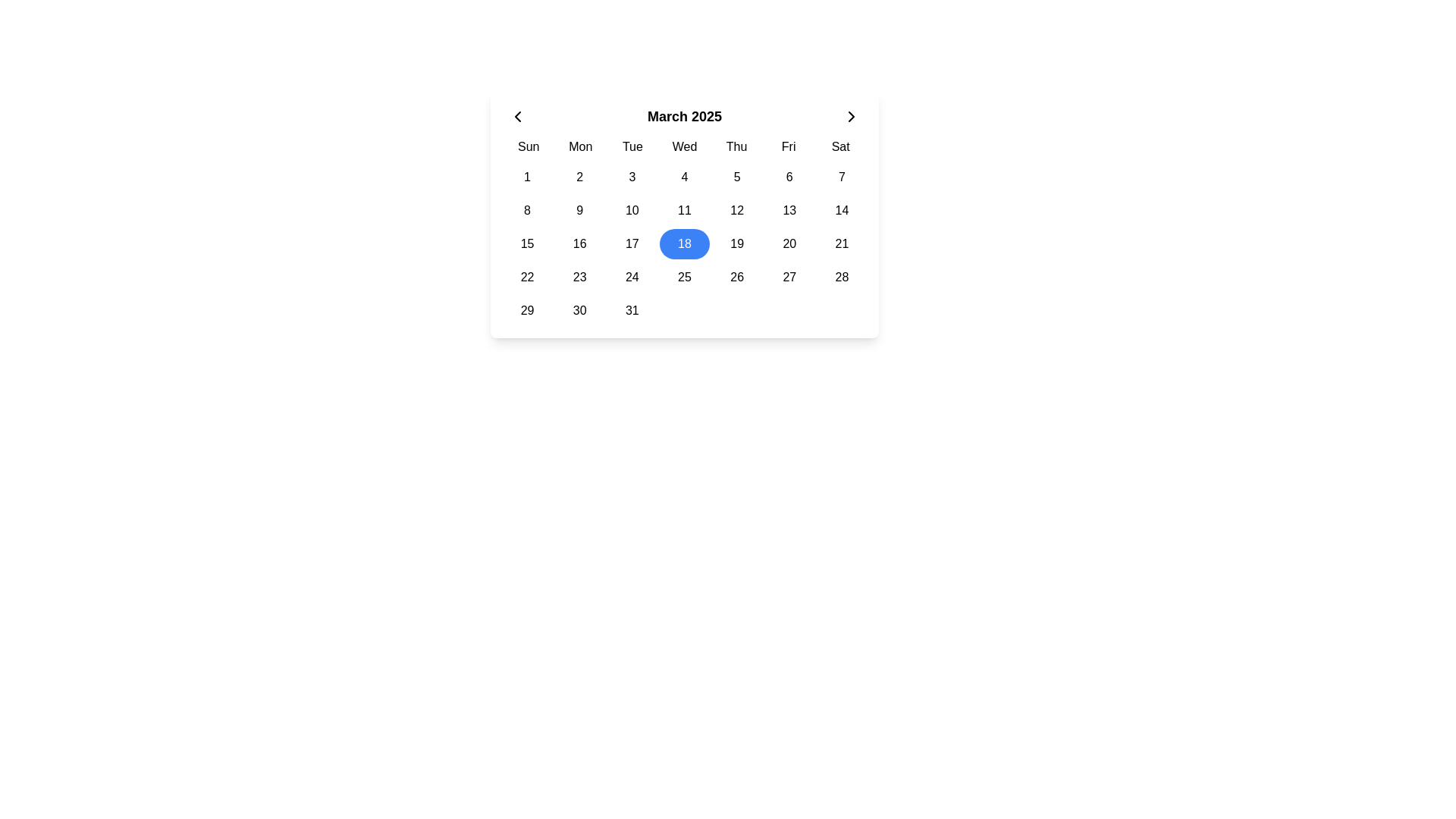 Image resolution: width=1456 pixels, height=819 pixels. What do you see at coordinates (737, 210) in the screenshot?
I see `the date selector button for March 12, 2025, located in the second row and fifth column of the calendar interface` at bounding box center [737, 210].